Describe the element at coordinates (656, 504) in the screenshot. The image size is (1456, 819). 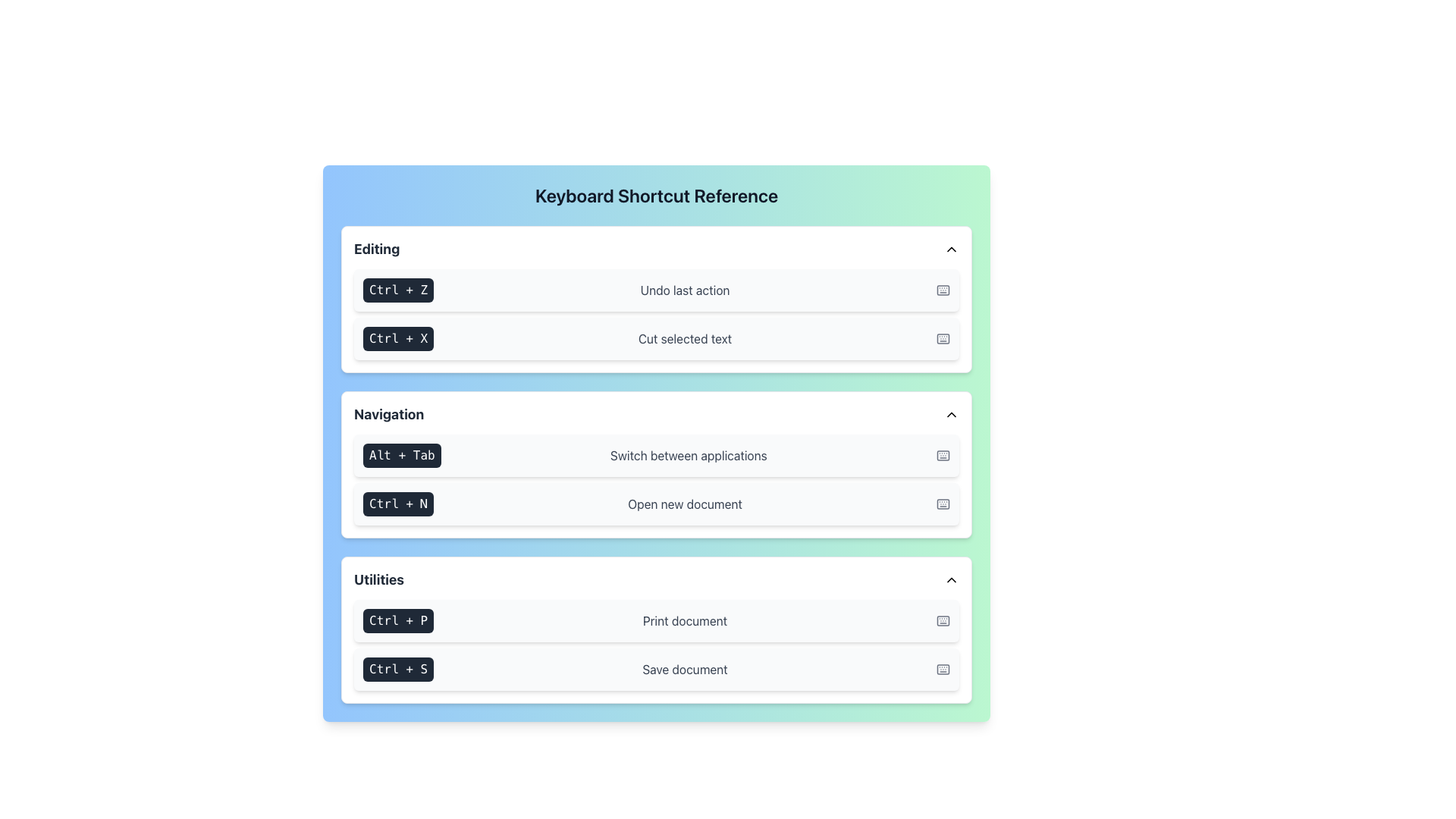
I see `informational entry about the keyboard shortcut 'Ctrl + N' for opening a new document, located in the 'Navigation' section as the second entry` at that location.